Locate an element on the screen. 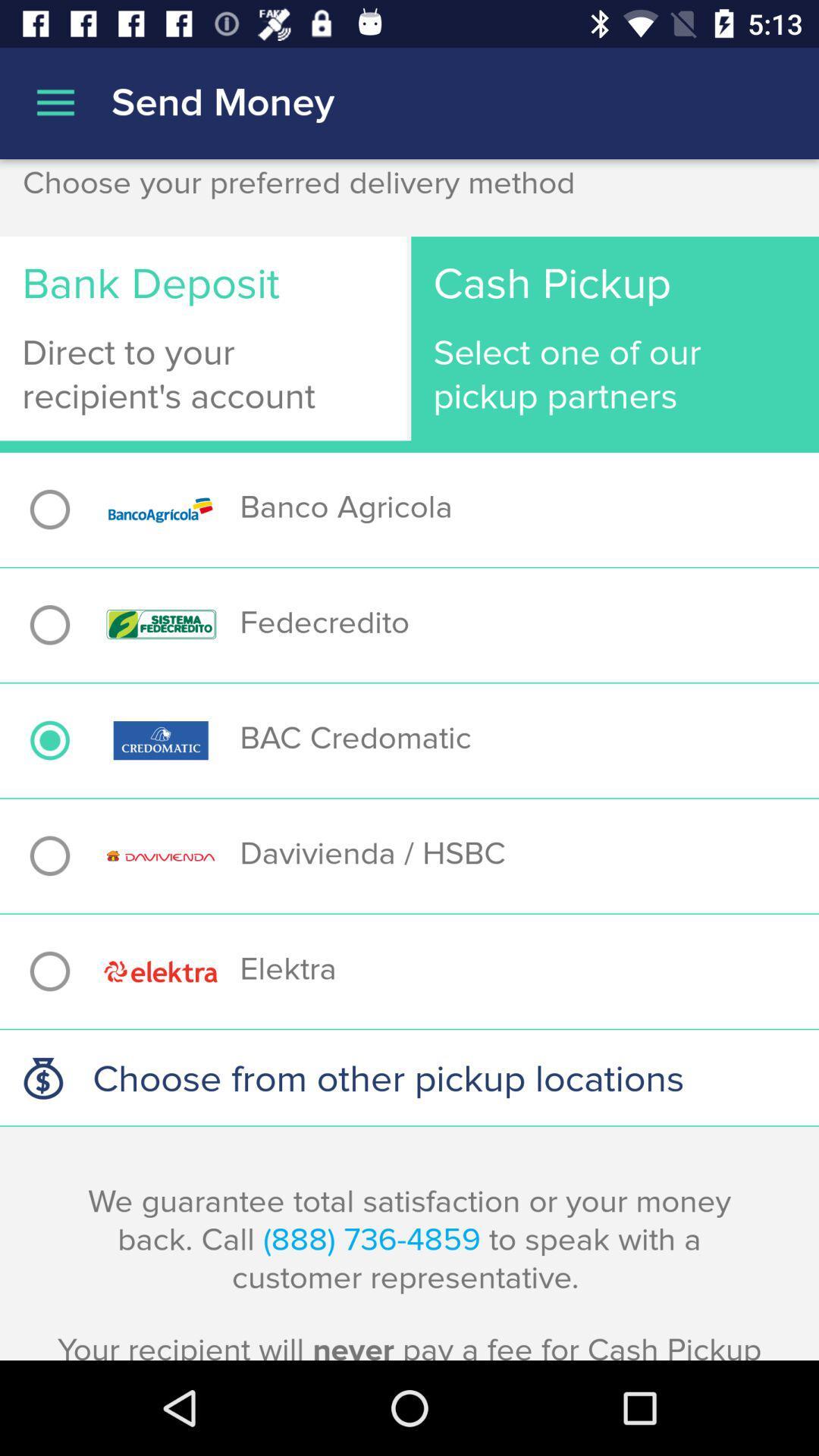 The height and width of the screenshot is (1456, 819). the we guarantee total app is located at coordinates (409, 1272).